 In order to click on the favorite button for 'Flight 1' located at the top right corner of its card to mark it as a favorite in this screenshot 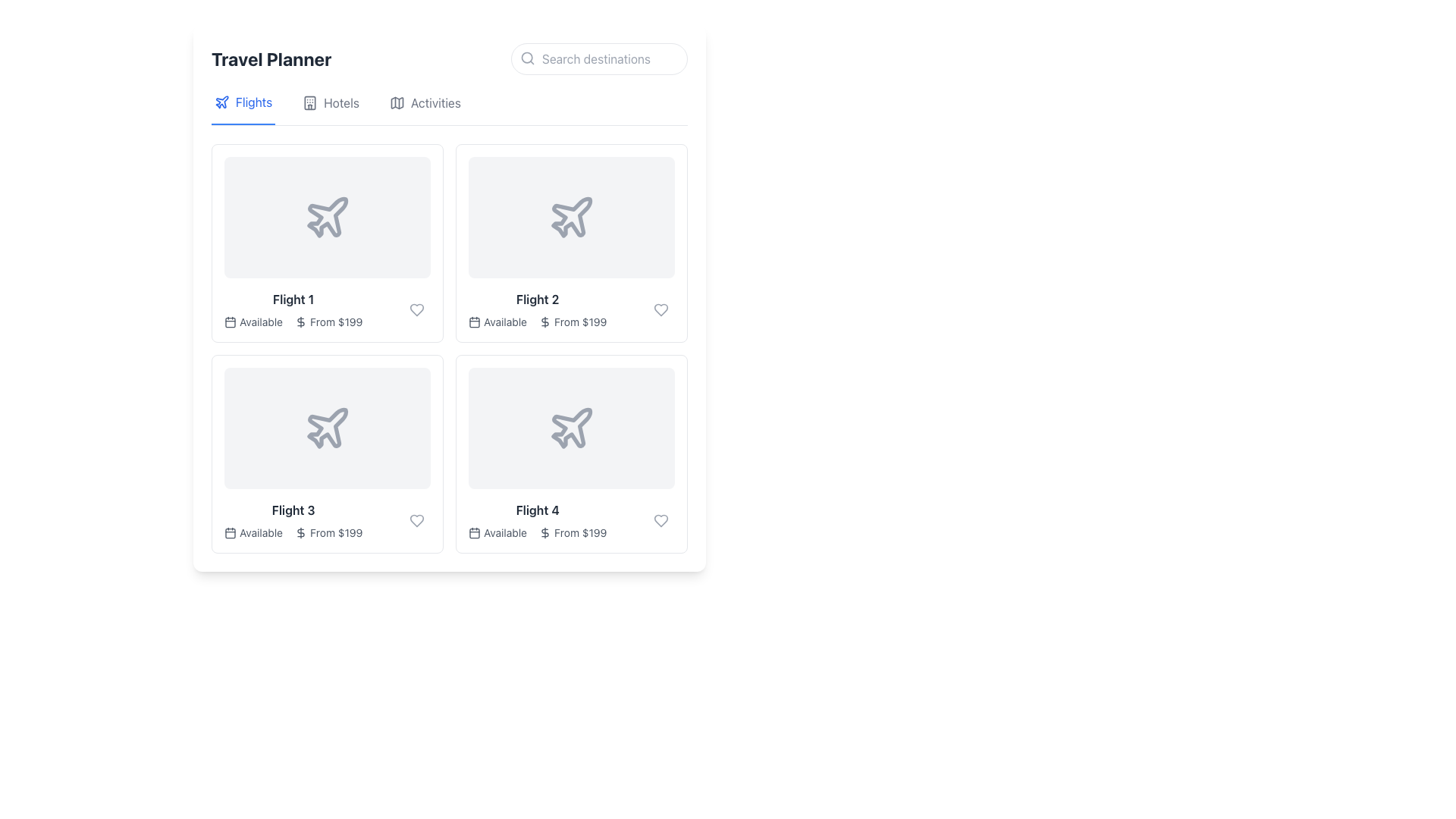, I will do `click(417, 309)`.